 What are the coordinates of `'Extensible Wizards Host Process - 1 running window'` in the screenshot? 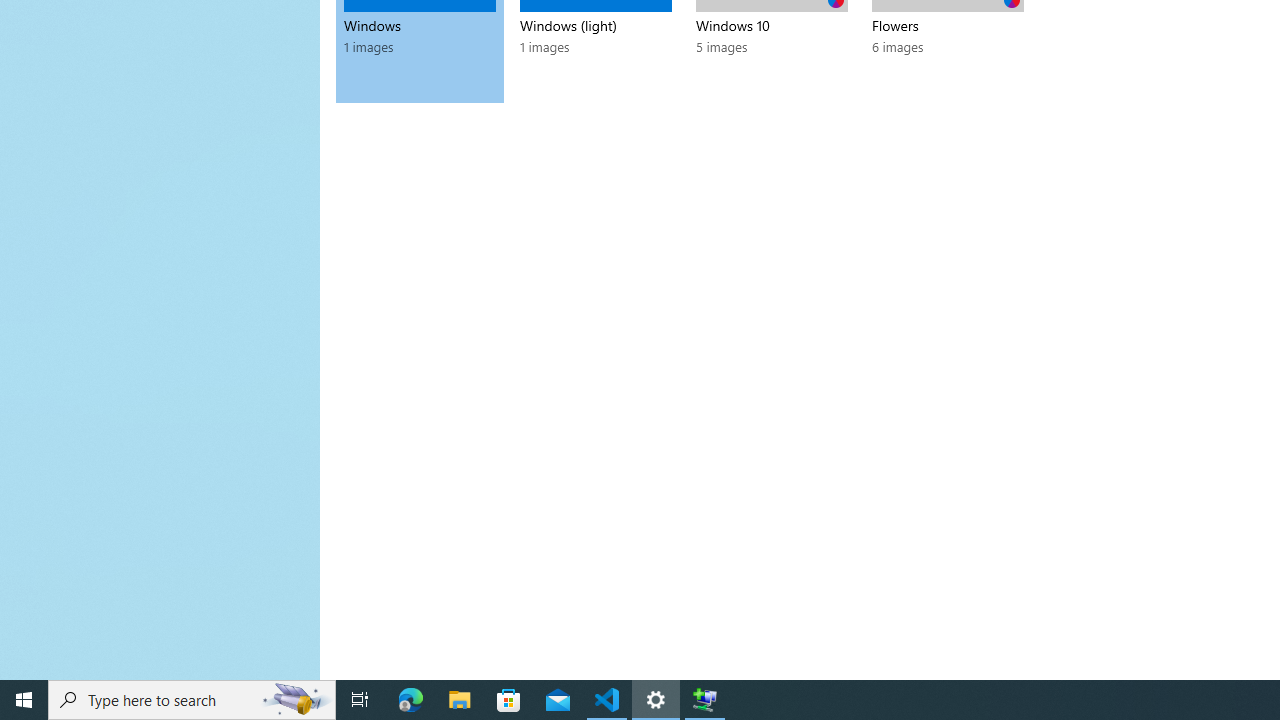 It's located at (705, 698).